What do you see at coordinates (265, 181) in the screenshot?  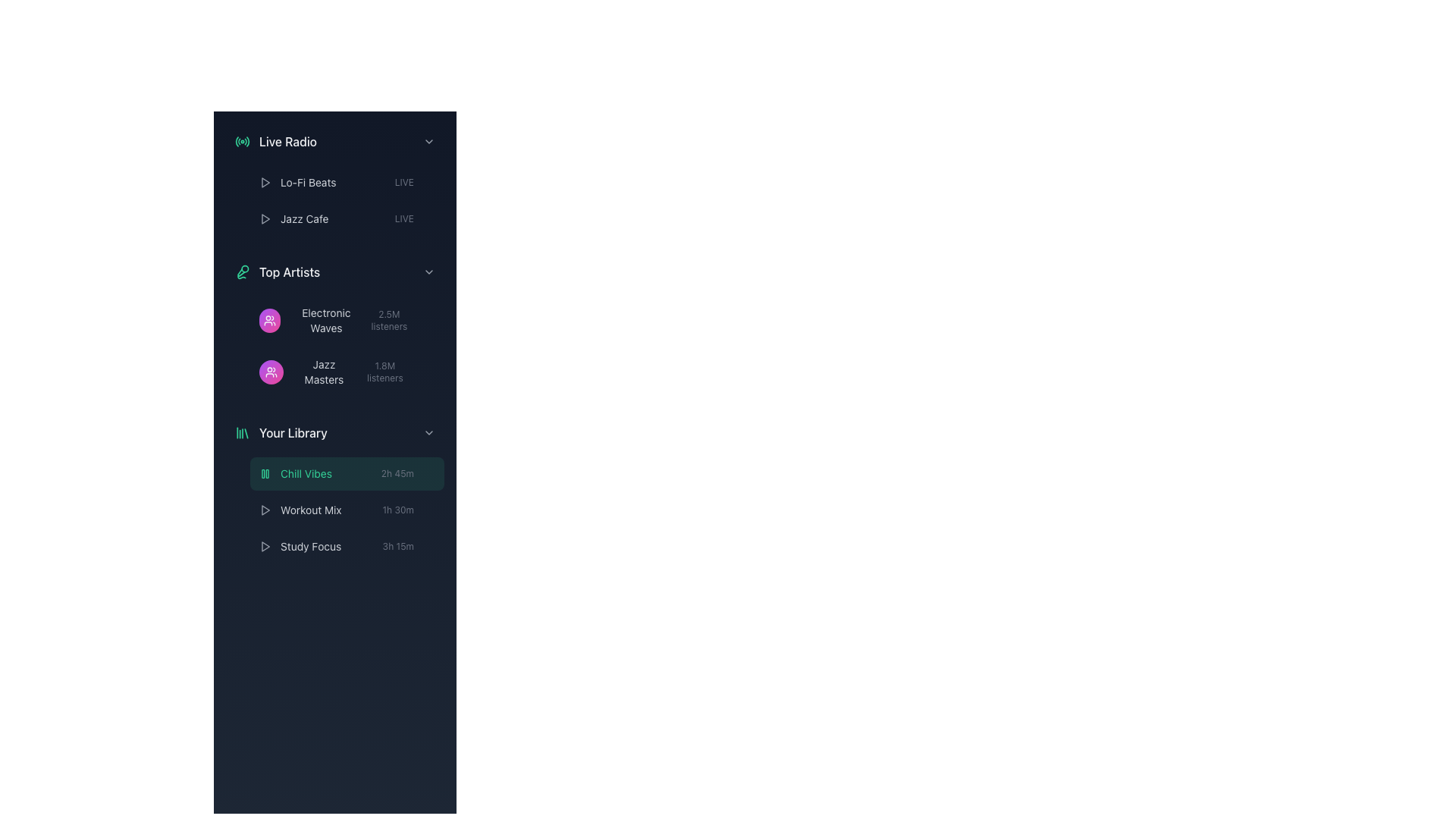 I see `the play button icon for 'Lo-Fi Beats' located in the 'Live Radio' section of the vertical navigation sidebar` at bounding box center [265, 181].